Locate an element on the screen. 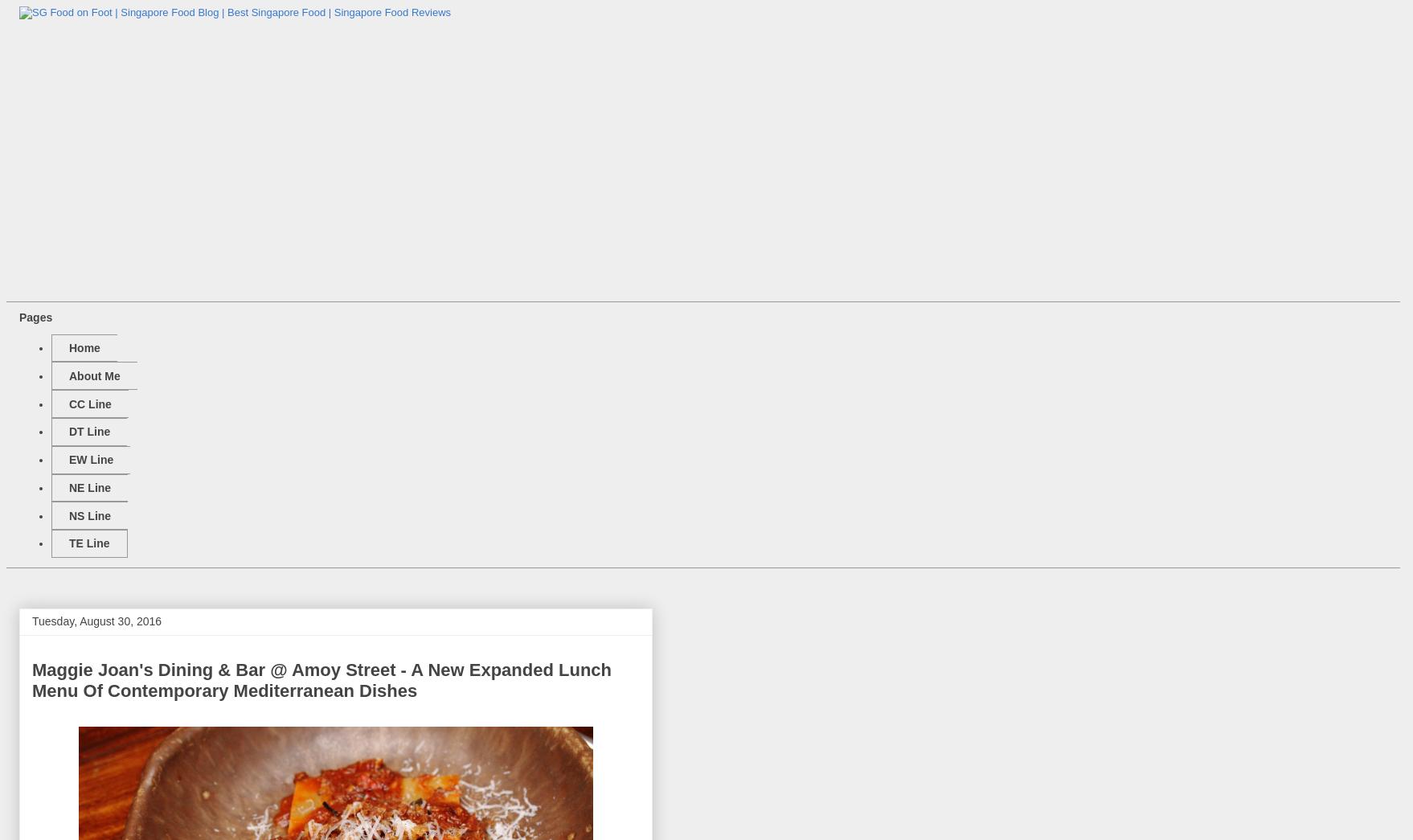 The width and height of the screenshot is (1413, 840). 'NE Line' is located at coordinates (89, 486).